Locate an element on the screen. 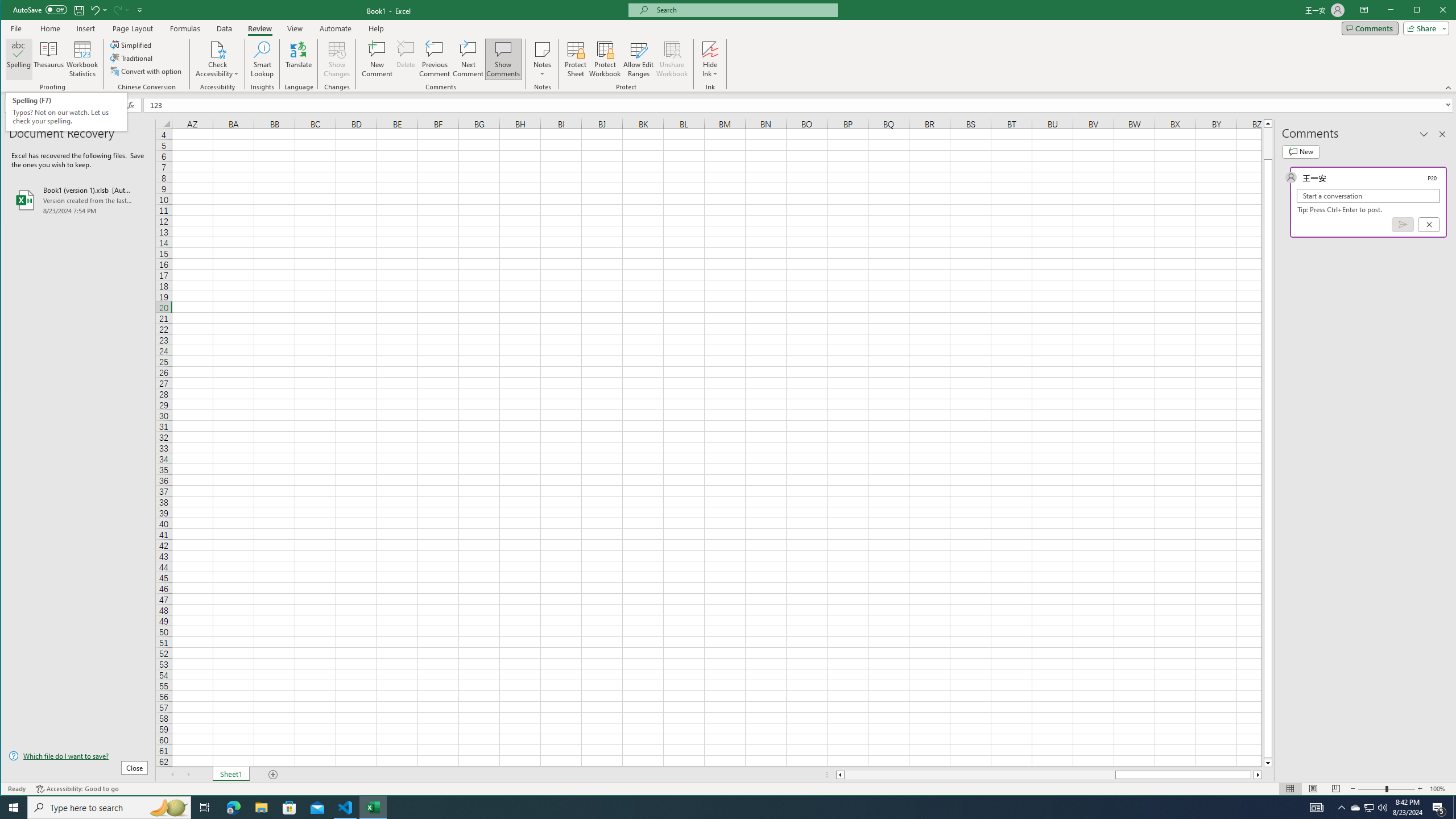 This screenshot has width=1456, height=819. 'Excel - 1 running window' is located at coordinates (373, 806).